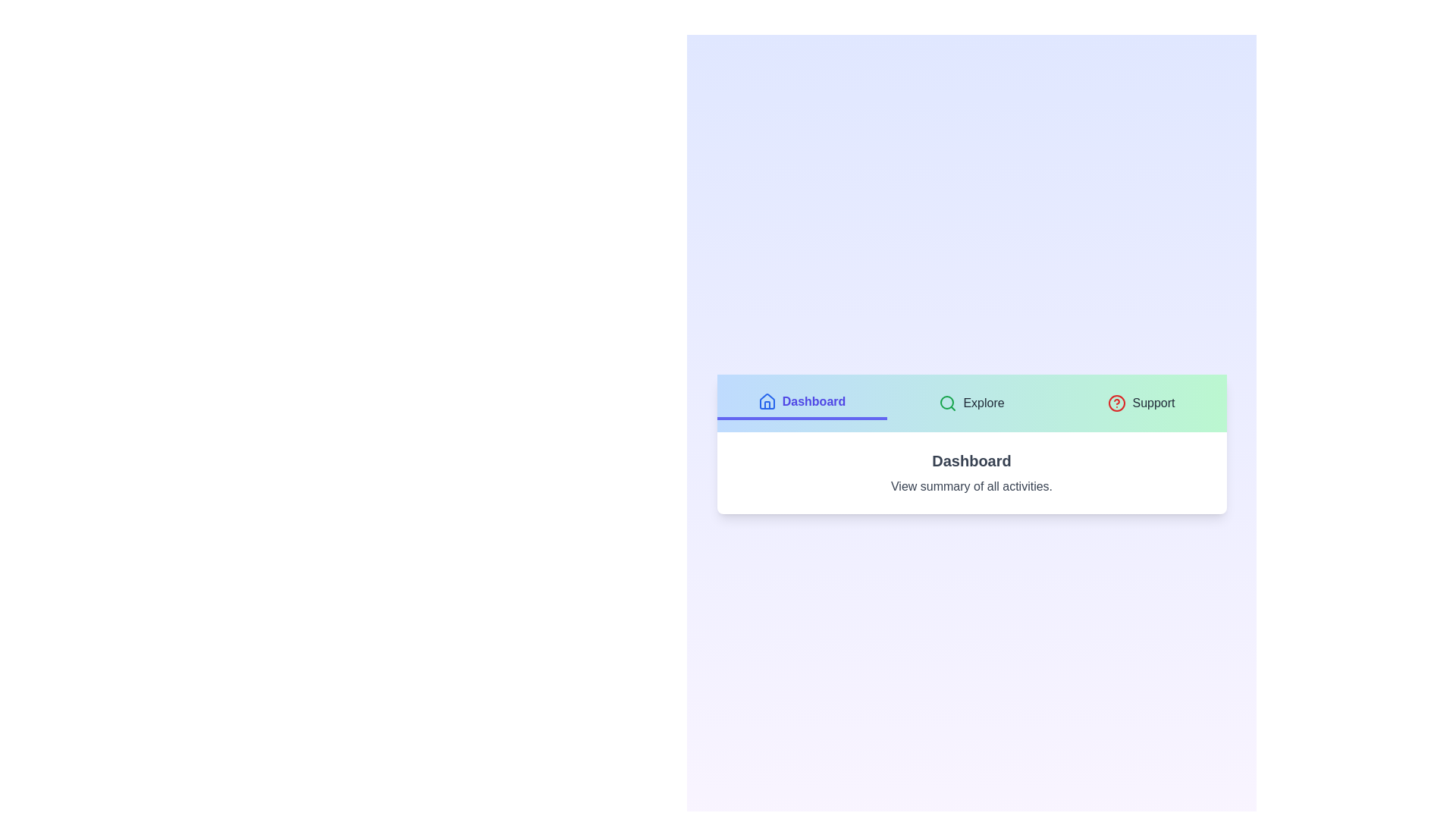 This screenshot has height=819, width=1456. I want to click on the tab Explore in the VibrantTabs component, so click(971, 403).